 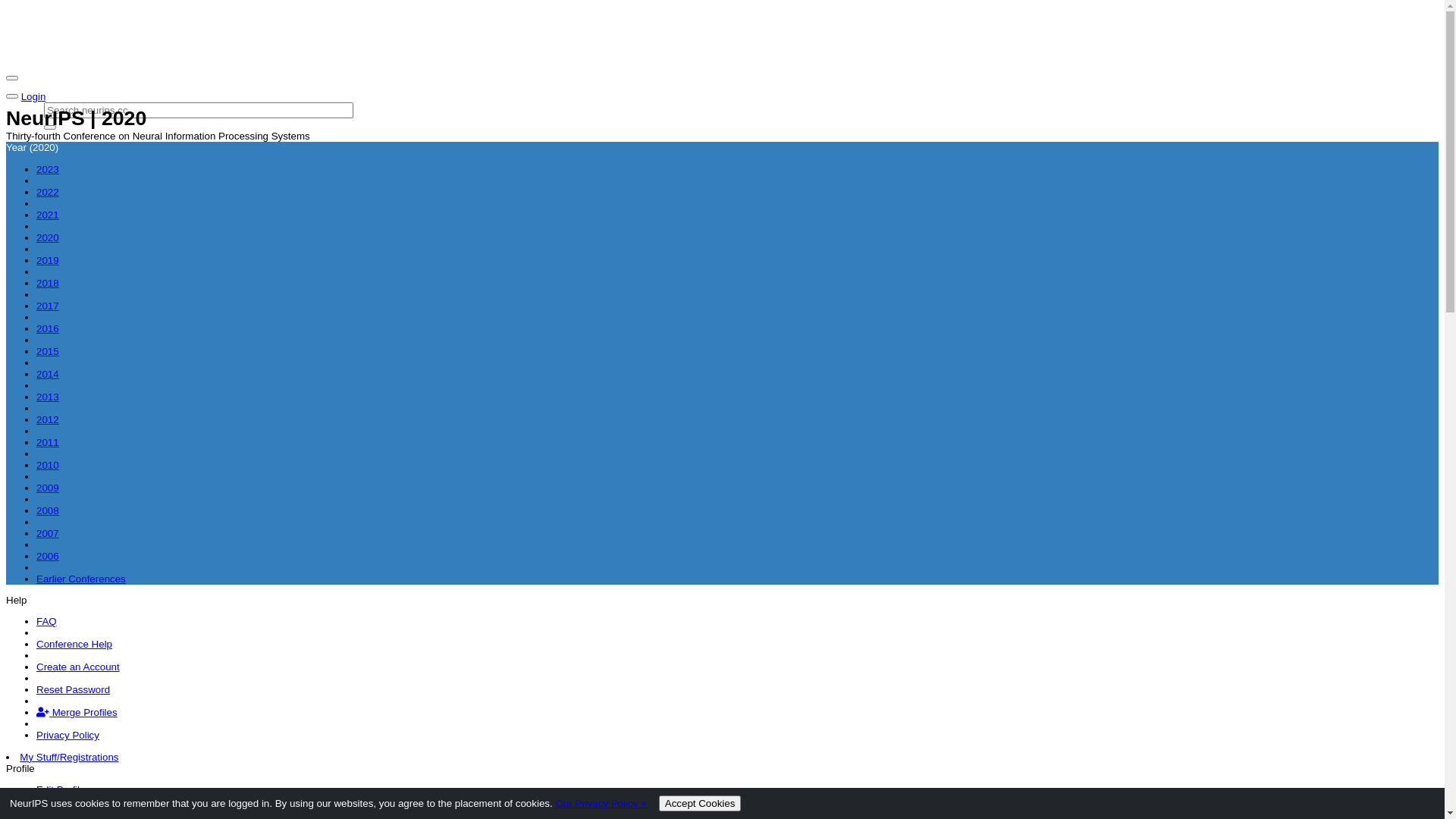 What do you see at coordinates (47, 351) in the screenshot?
I see `'2015'` at bounding box center [47, 351].